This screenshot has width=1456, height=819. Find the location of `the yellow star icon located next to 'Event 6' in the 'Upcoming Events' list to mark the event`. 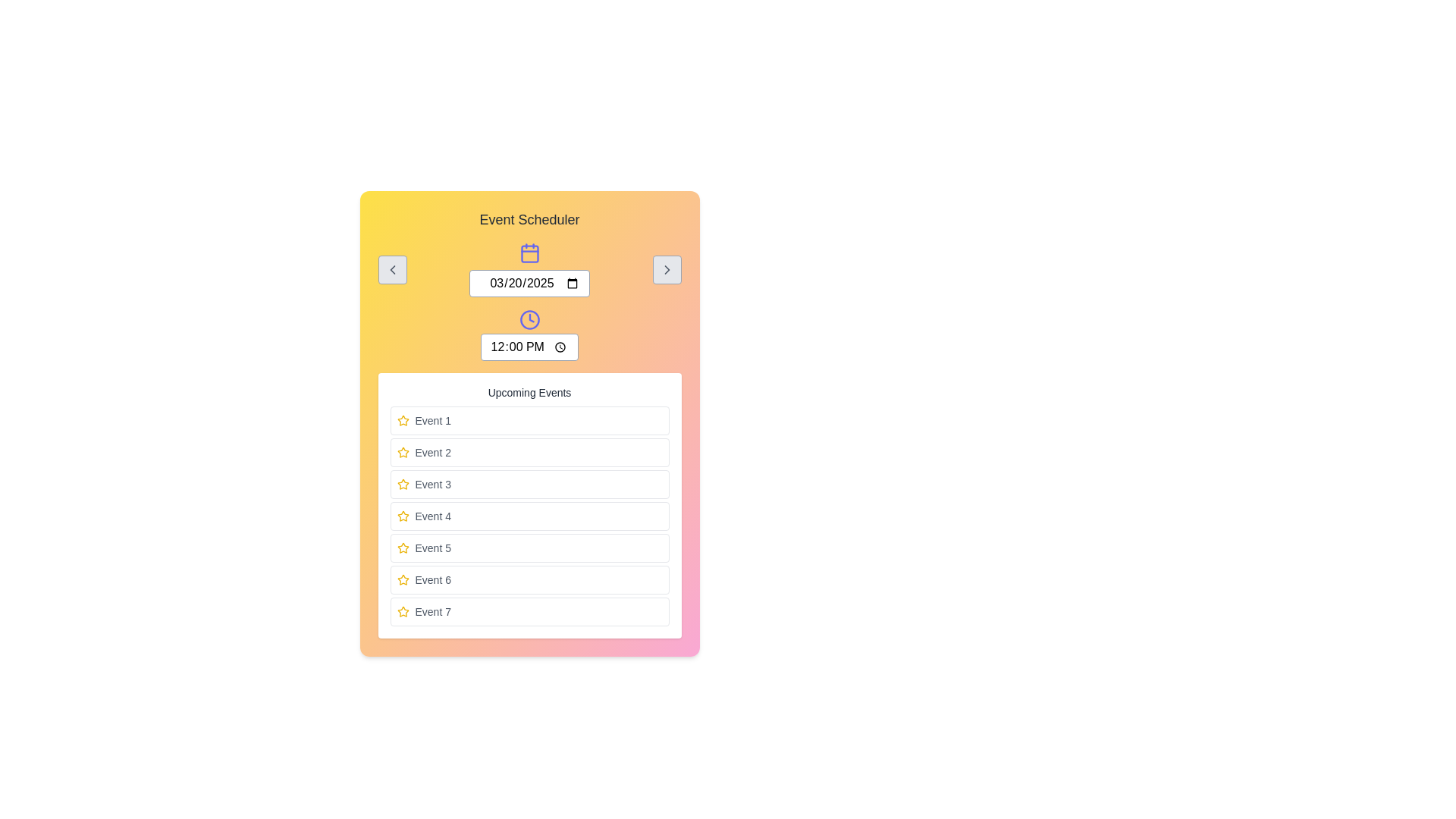

the yellow star icon located next to 'Event 6' in the 'Upcoming Events' list to mark the event is located at coordinates (403, 579).